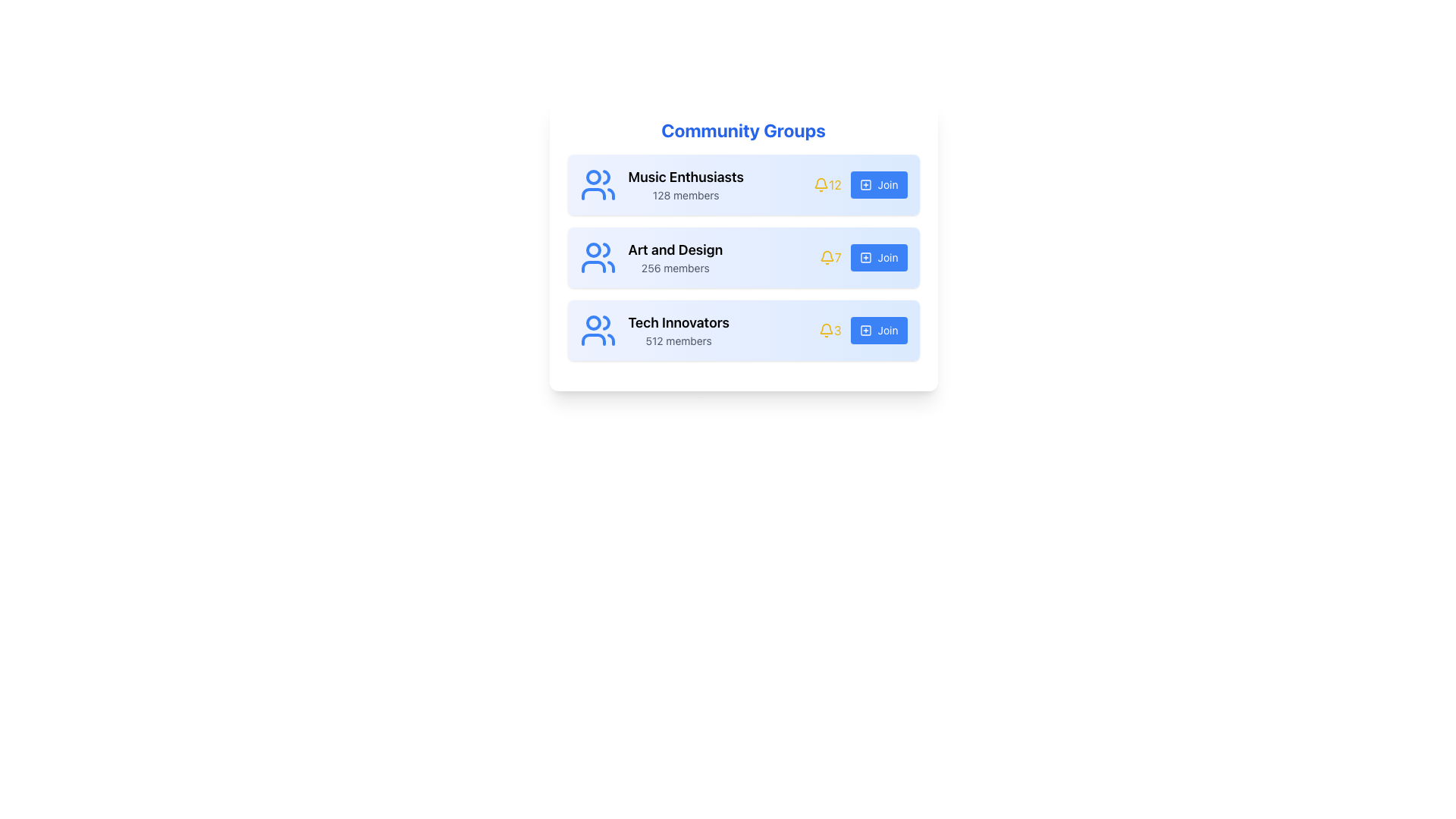 This screenshot has width=1456, height=819. I want to click on the Square icon with a rounded rectangle shape that serves as an indicator for joining the 'Music Enthusiasts' group, located adjacent to the 'Join' button, so click(865, 184).